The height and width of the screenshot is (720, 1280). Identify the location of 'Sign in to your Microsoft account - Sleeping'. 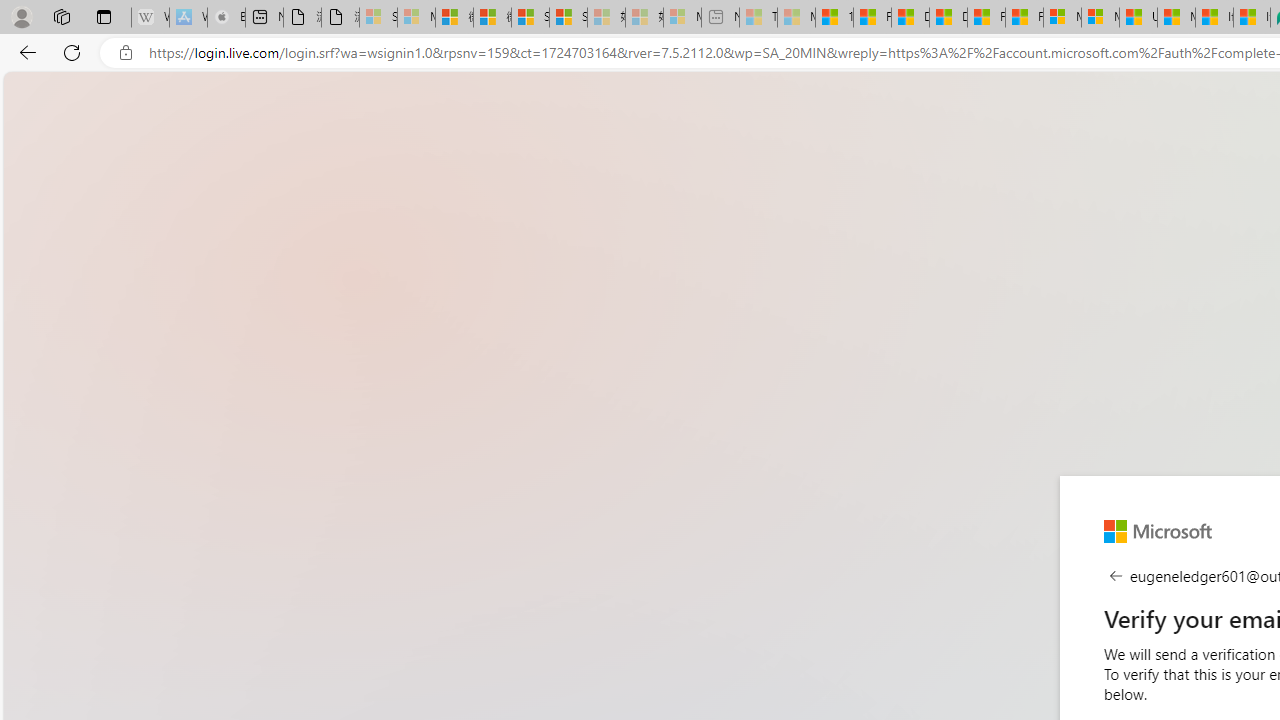
(378, 17).